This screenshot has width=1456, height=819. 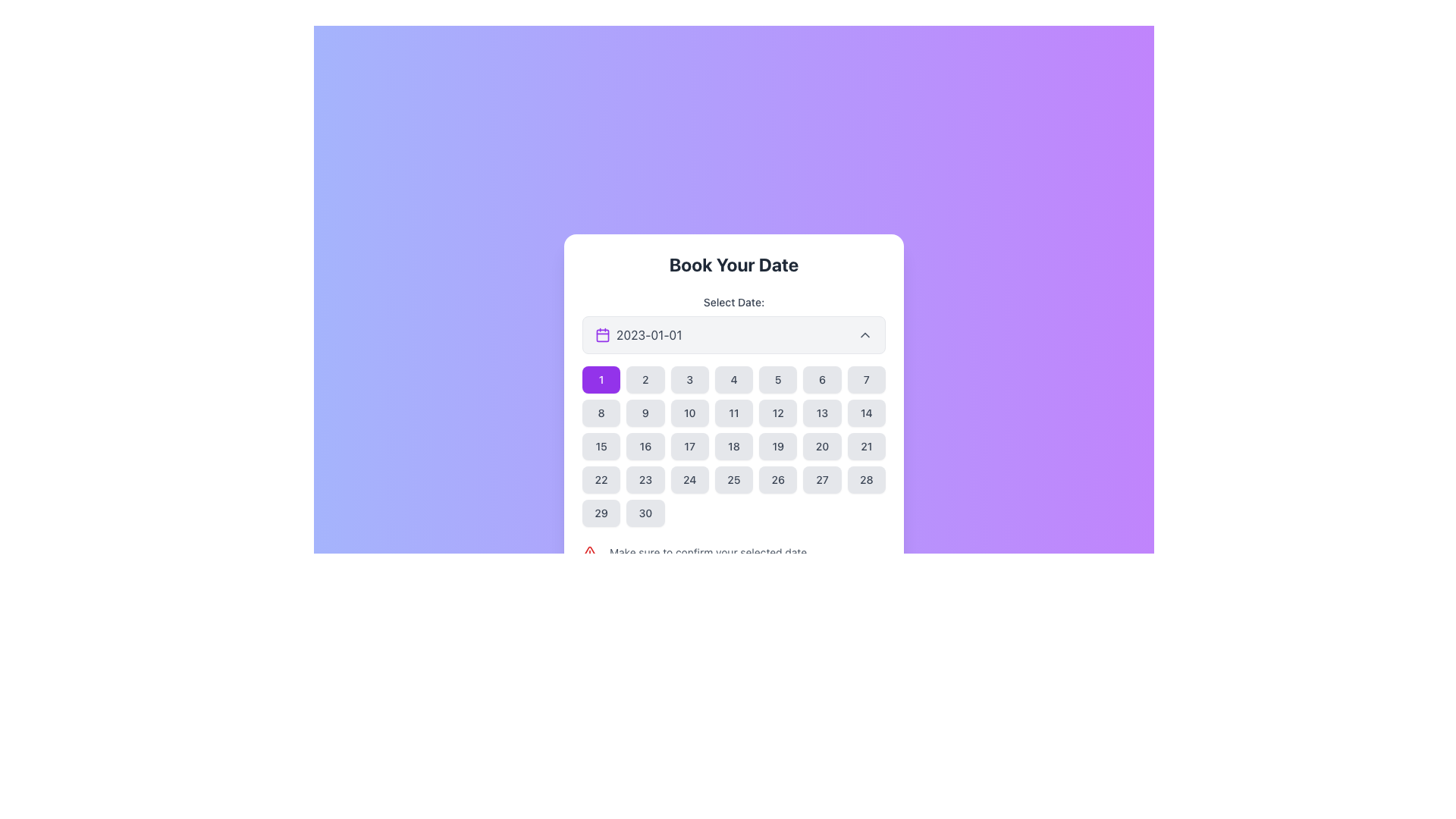 I want to click on the Interactive button labeled '14', which is a rounded rectangular button with a light gray background, so click(x=866, y=413).